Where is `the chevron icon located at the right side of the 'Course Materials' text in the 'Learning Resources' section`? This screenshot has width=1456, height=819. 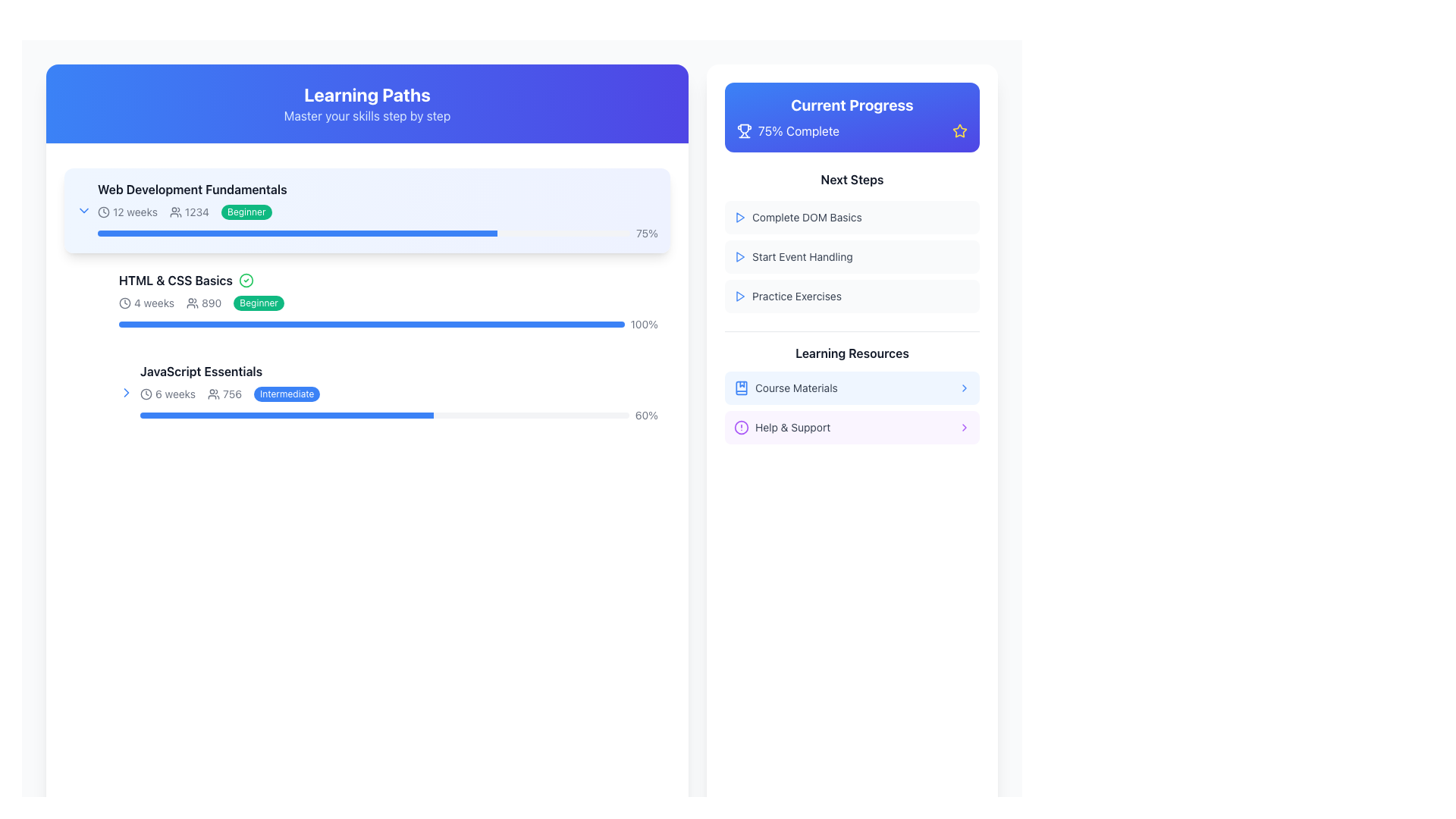 the chevron icon located at the right side of the 'Course Materials' text in the 'Learning Resources' section is located at coordinates (964, 388).